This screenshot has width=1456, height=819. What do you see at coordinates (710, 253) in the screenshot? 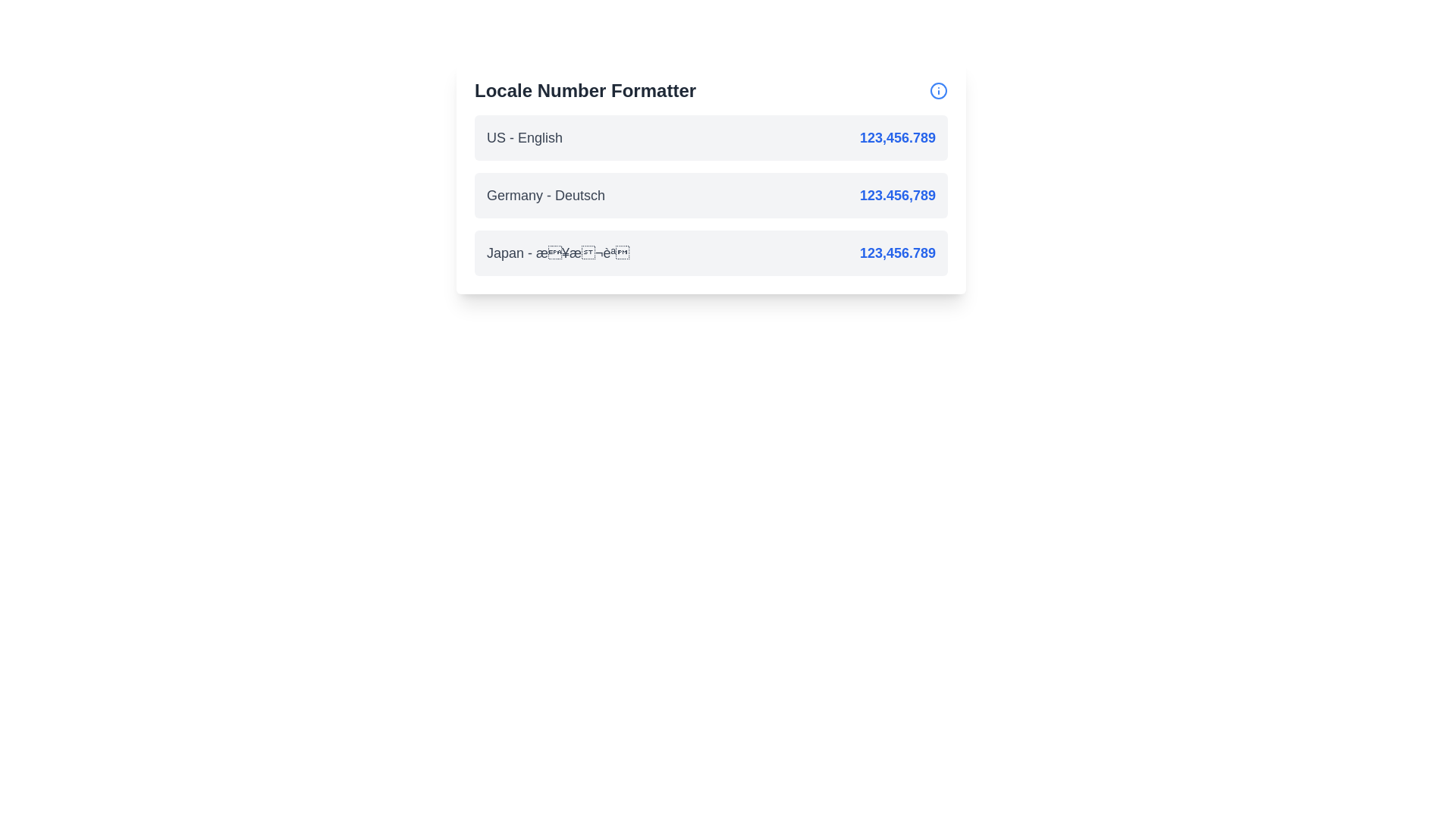
I see `the third item in the Locale Number Formatter list, which displays 'Japan - 日本語' on the left and '123,456.789' on the right` at bounding box center [710, 253].